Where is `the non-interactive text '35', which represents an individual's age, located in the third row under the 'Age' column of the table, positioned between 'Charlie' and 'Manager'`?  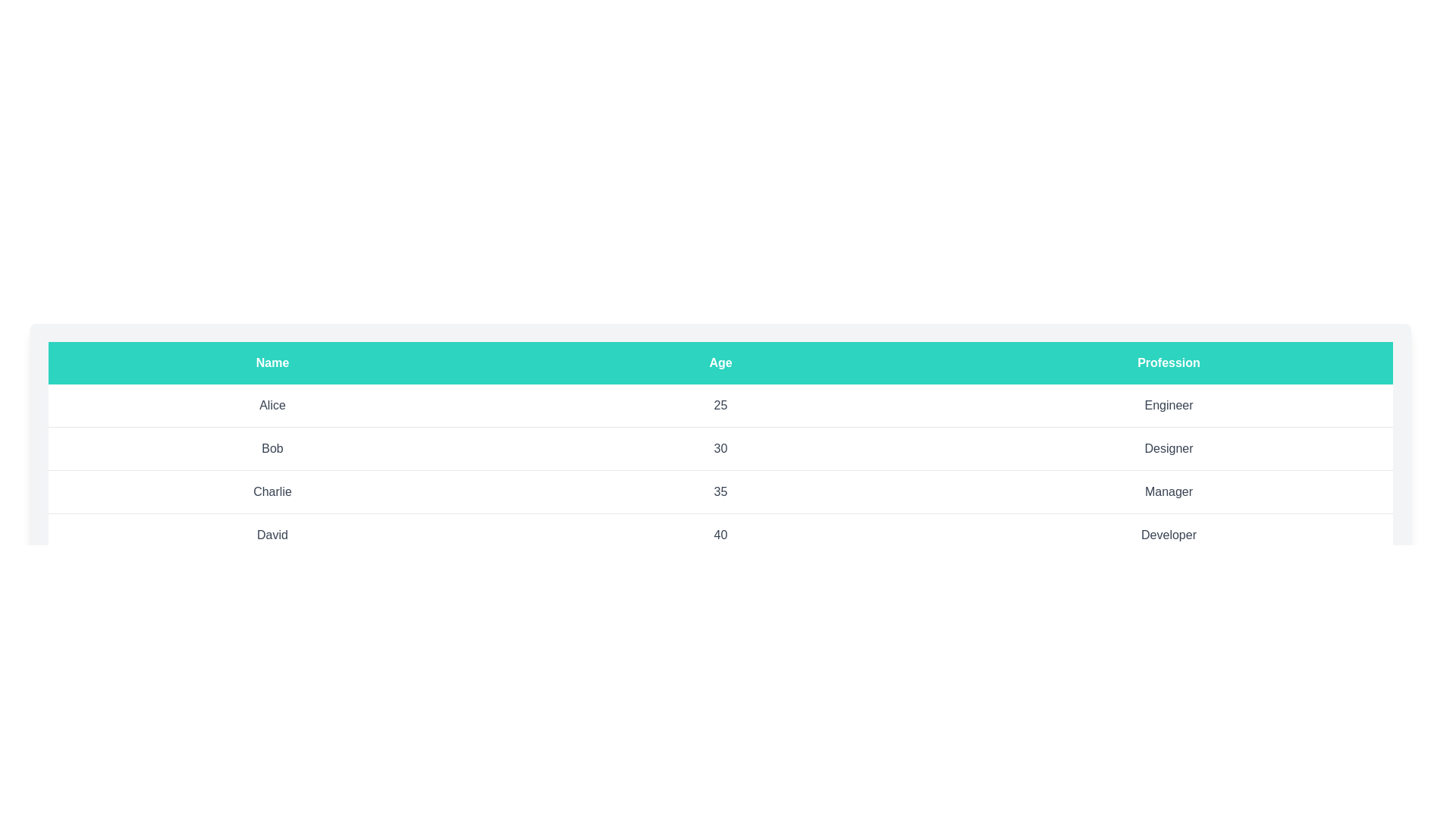
the non-interactive text '35', which represents an individual's age, located in the third row under the 'Age' column of the table, positioned between 'Charlie' and 'Manager' is located at coordinates (720, 491).